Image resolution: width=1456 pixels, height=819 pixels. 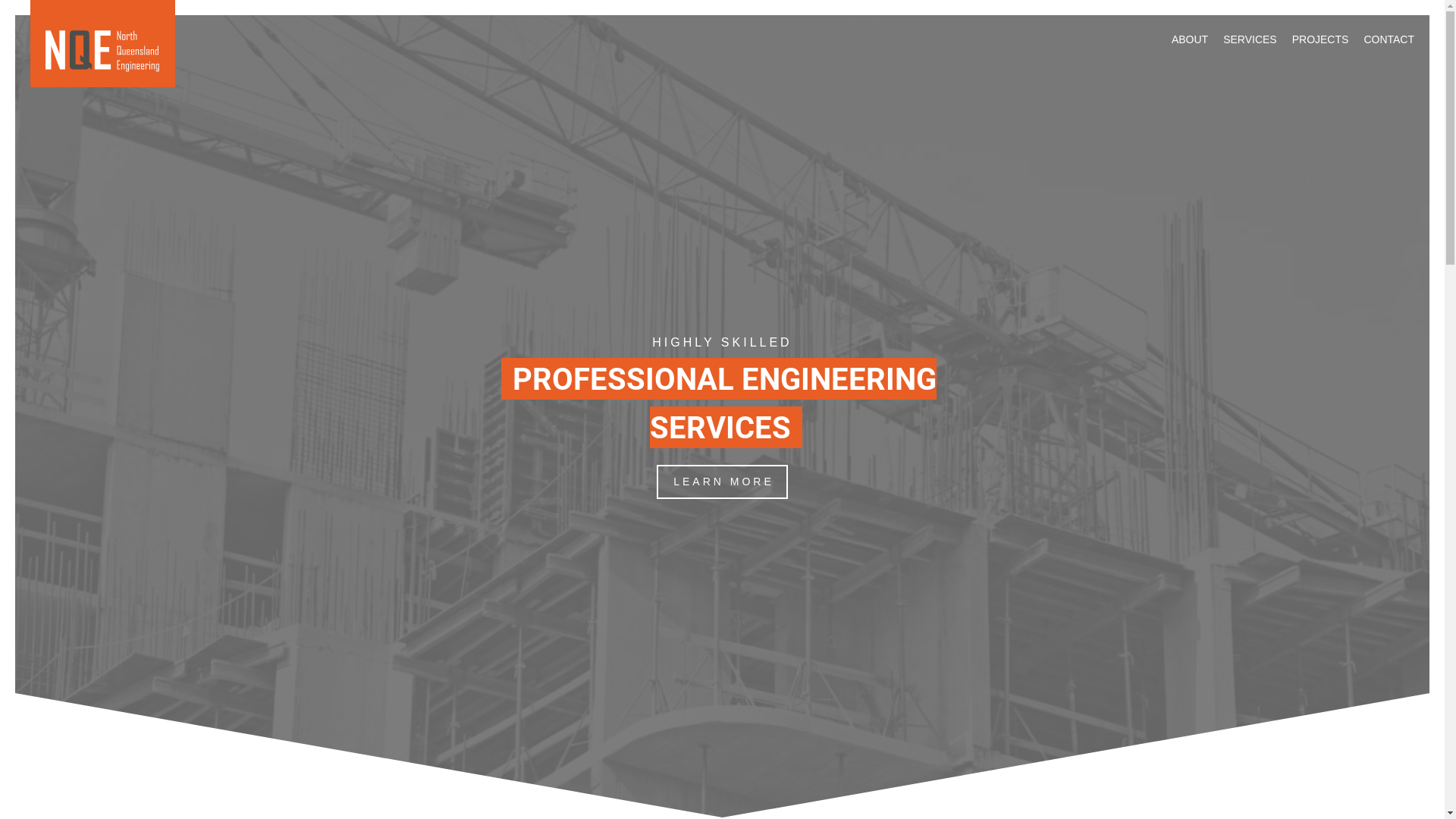 What do you see at coordinates (1222, 38) in the screenshot?
I see `'SERVICES'` at bounding box center [1222, 38].